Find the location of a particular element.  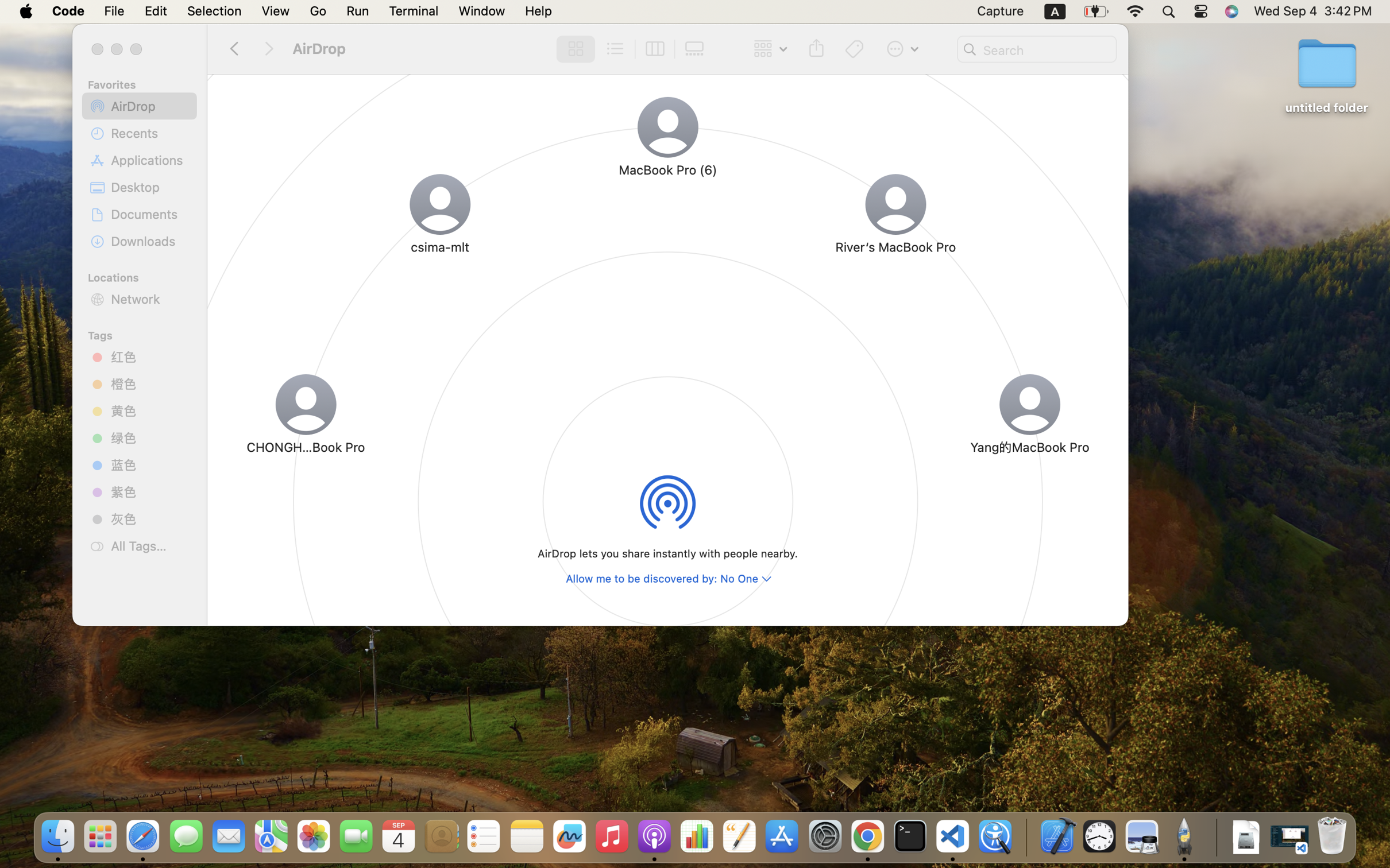

'Recents' is located at coordinates (149, 132).